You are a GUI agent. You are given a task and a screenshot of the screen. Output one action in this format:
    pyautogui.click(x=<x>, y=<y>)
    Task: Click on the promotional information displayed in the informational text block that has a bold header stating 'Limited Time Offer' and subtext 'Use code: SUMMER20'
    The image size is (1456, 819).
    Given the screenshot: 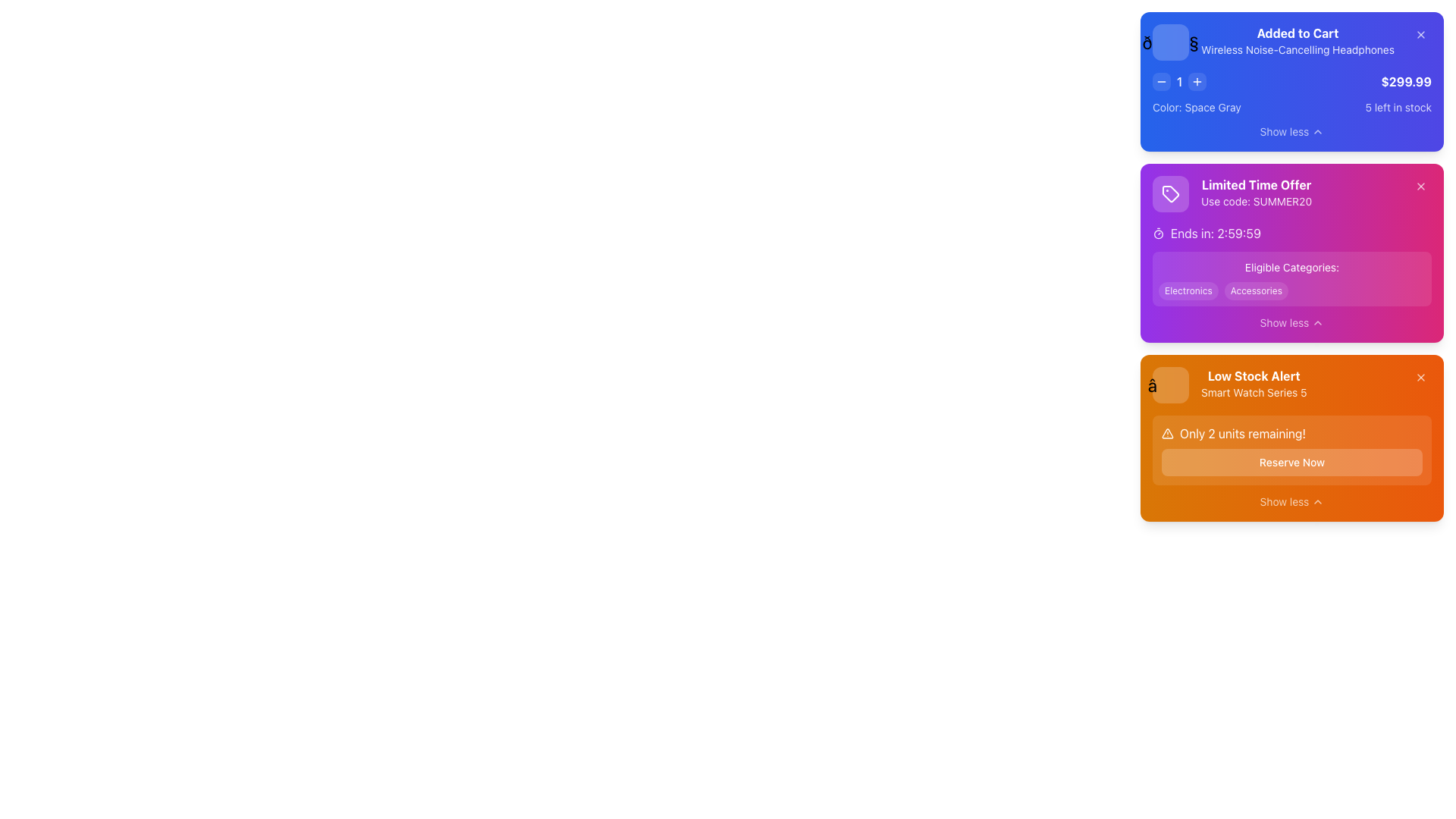 What is the action you would take?
    pyautogui.click(x=1257, y=193)
    